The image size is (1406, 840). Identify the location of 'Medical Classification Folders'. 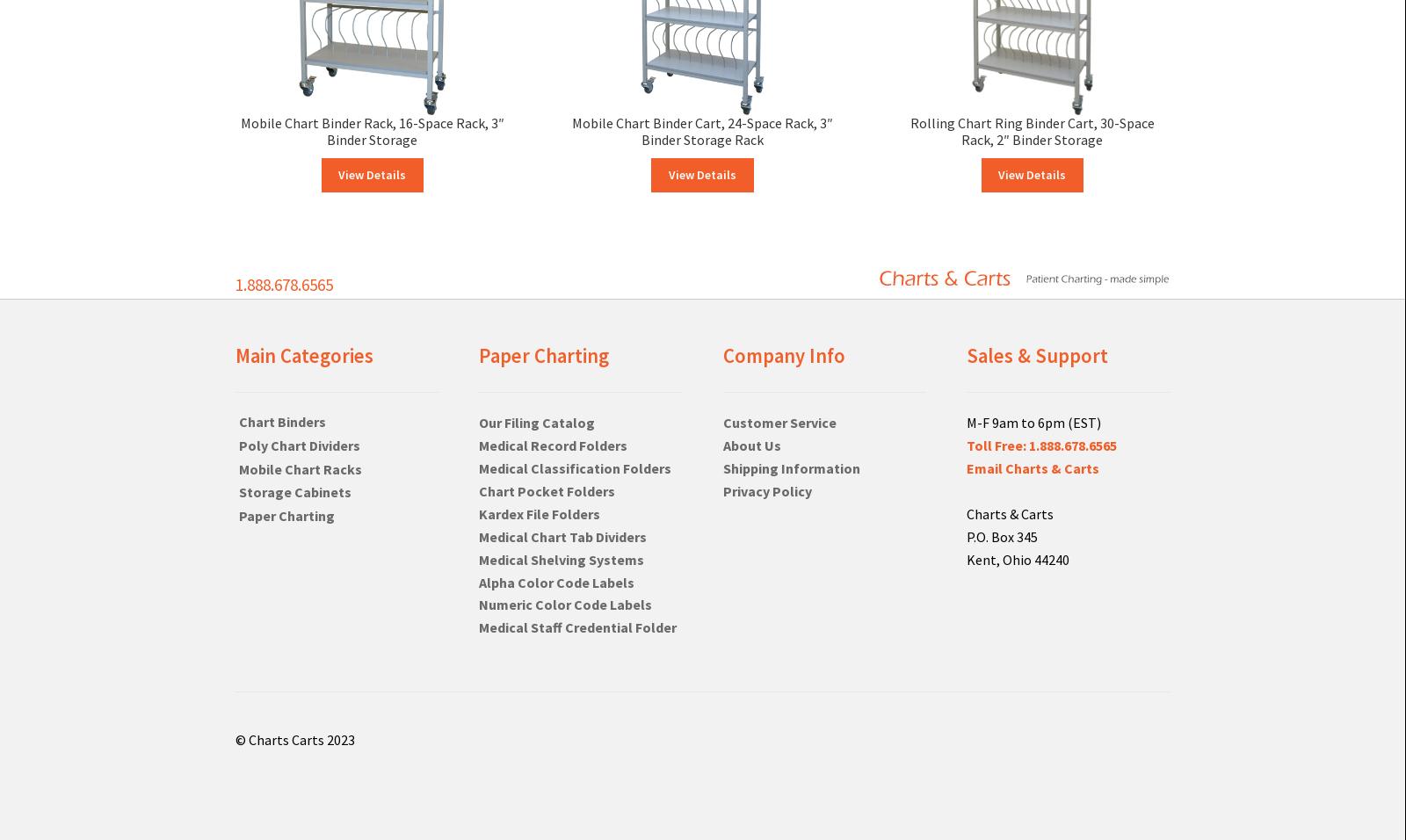
(477, 467).